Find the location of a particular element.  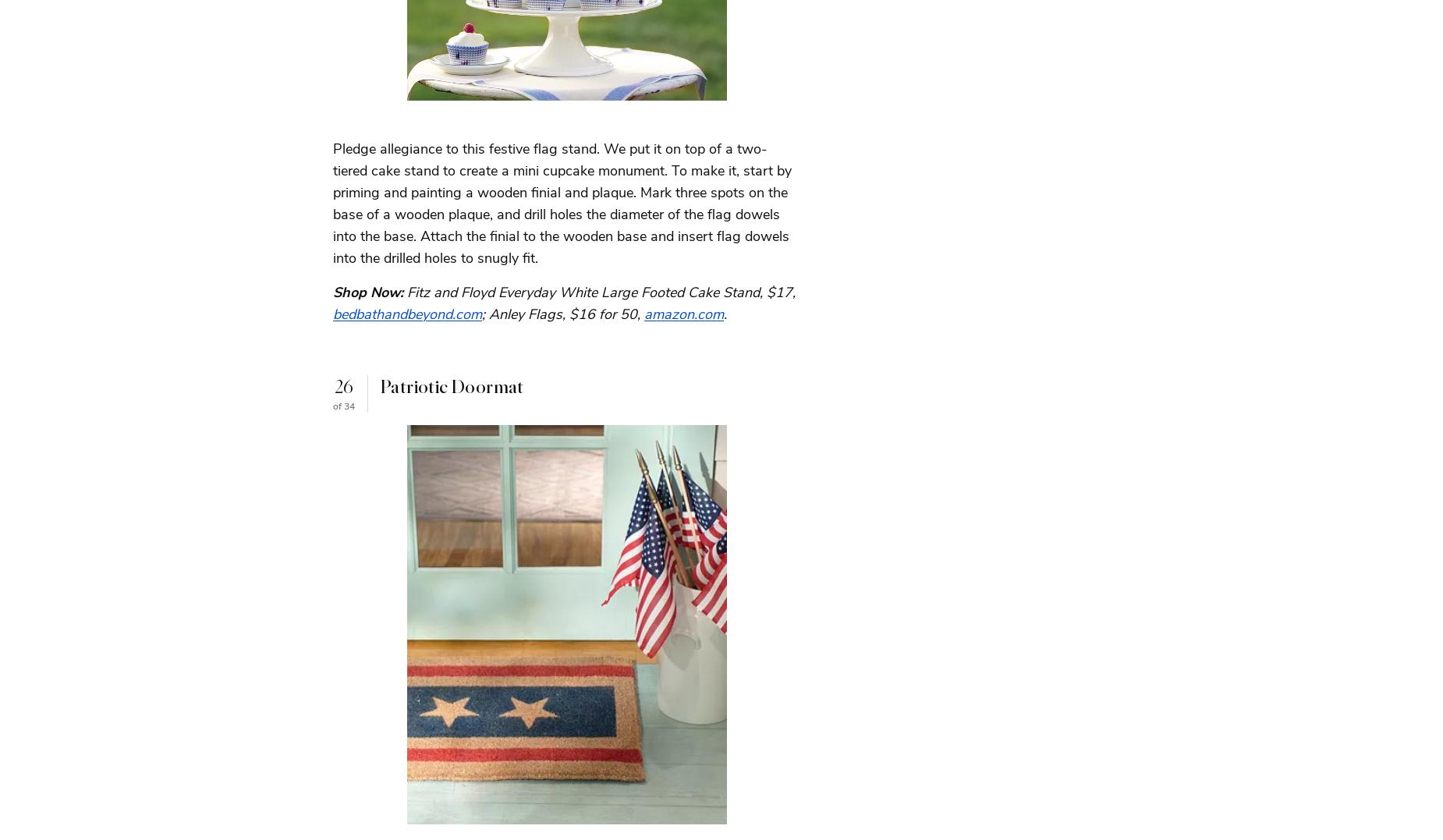

'Shop Now:' is located at coordinates (331, 292).